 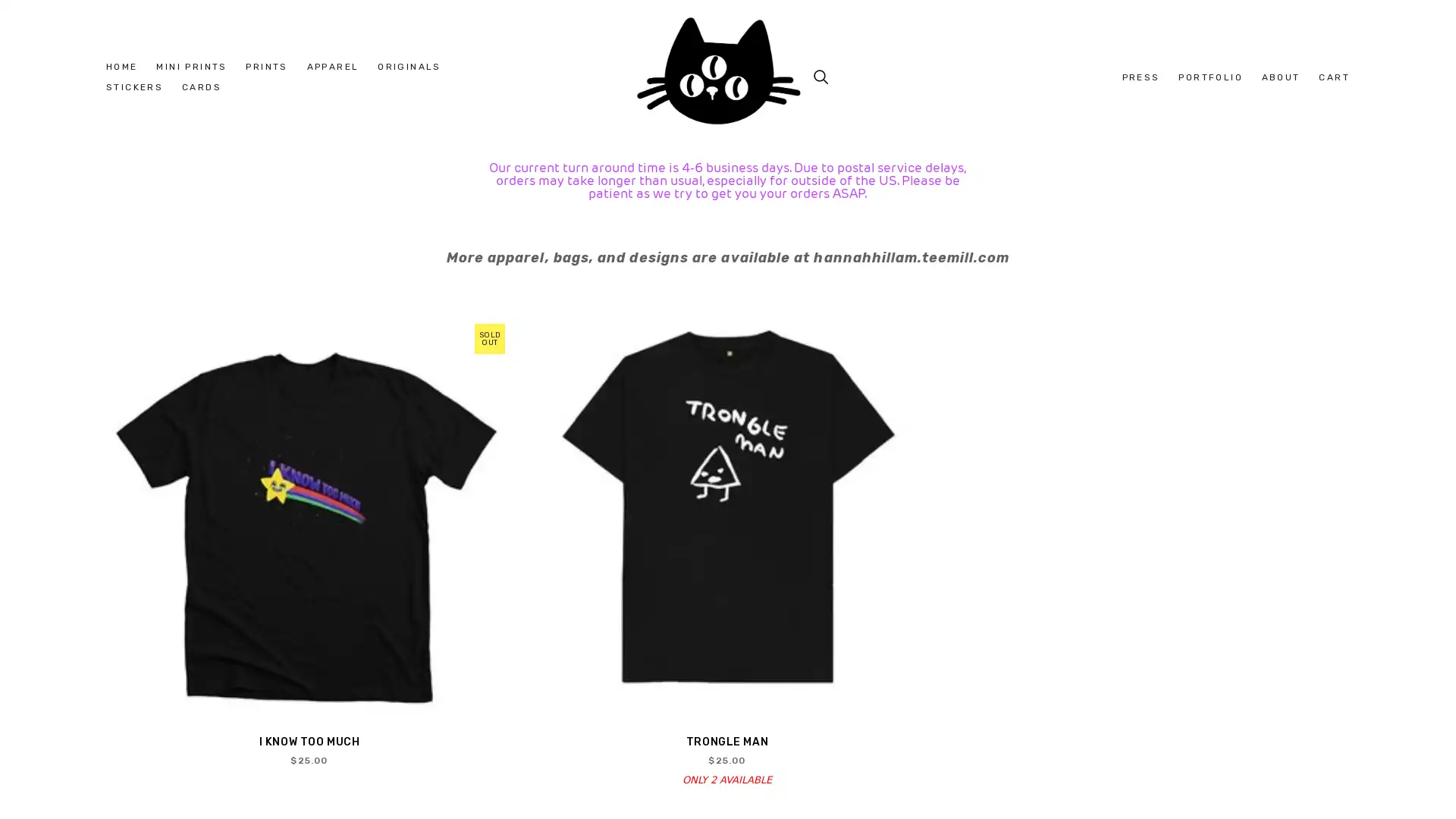 I want to click on QUICK VIEW, so click(x=308, y=540).